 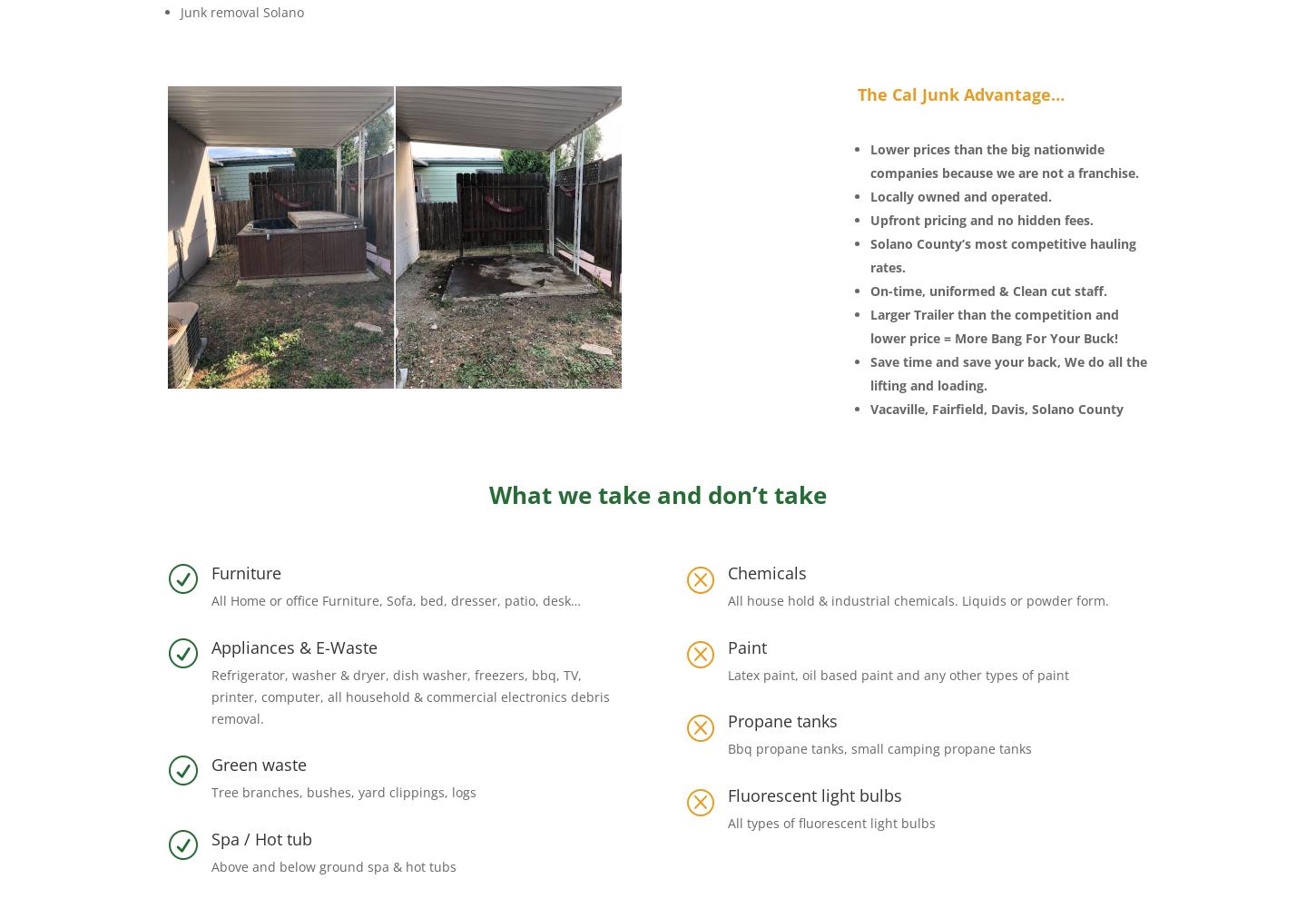 I want to click on 'Locally owned and operated.', so click(x=960, y=195).